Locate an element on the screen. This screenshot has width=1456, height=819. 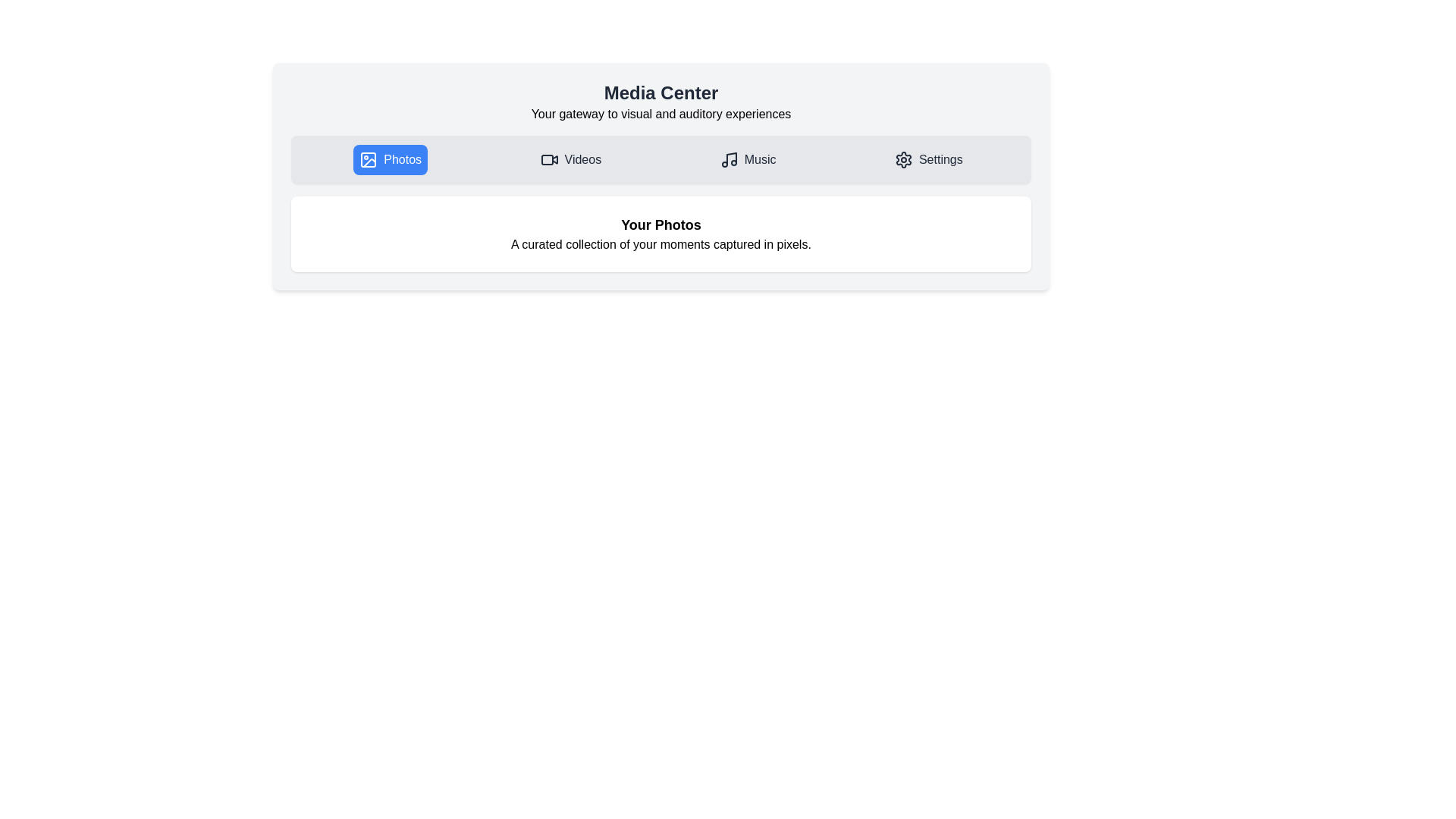
the musical note icon located in the horizontal navigation bar, positioned between the 'Videos' and 'Settings' icons is located at coordinates (731, 158).